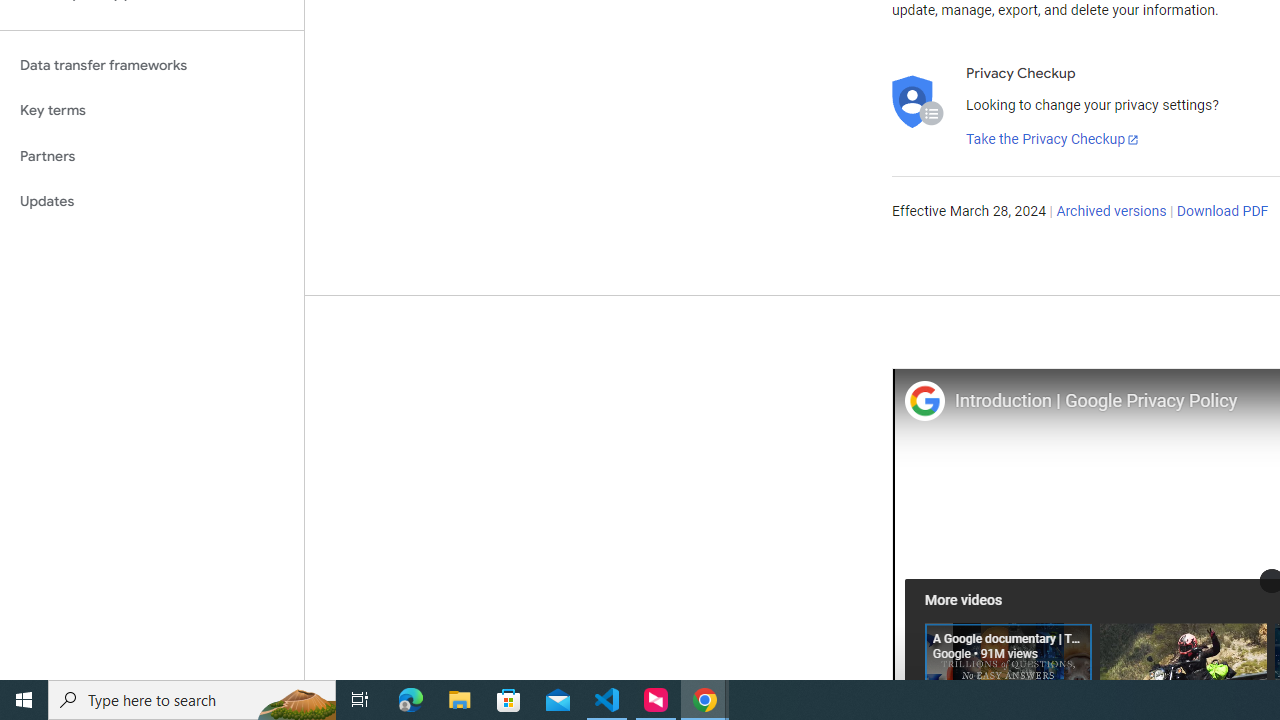  I want to click on 'Data transfer frameworks', so click(151, 64).